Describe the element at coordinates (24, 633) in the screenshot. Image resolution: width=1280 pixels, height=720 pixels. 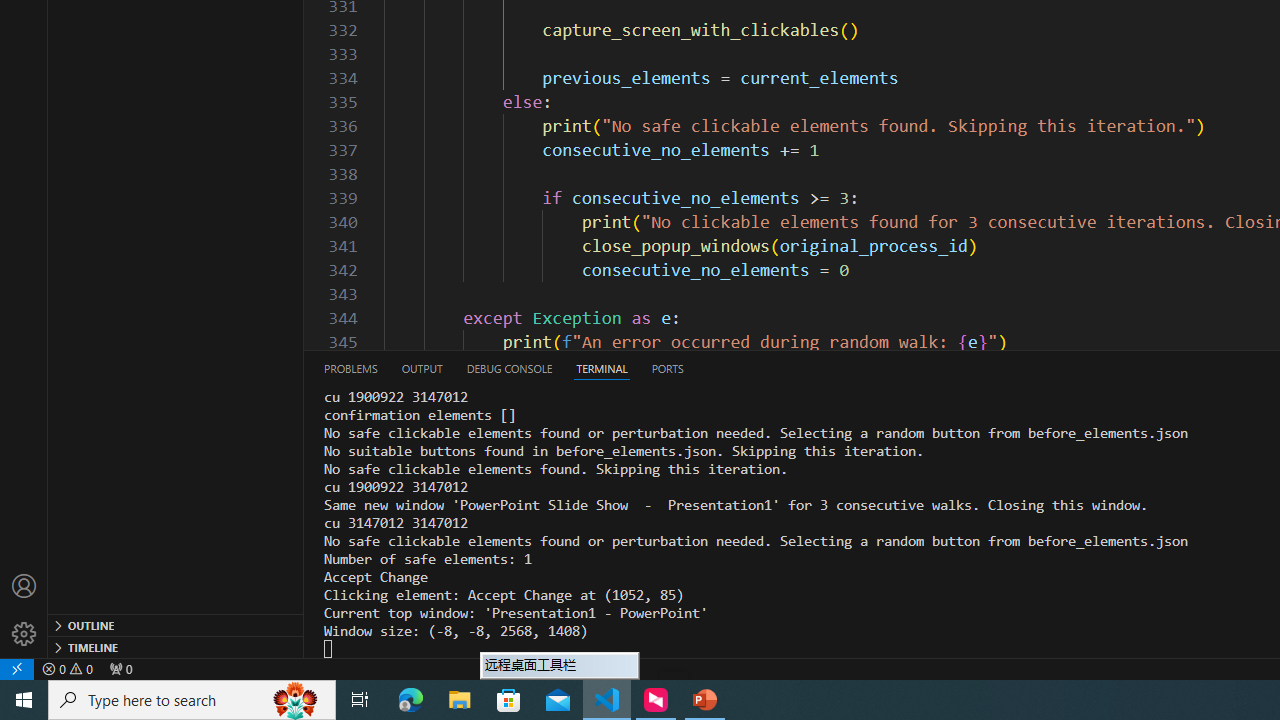
I see `'Manage'` at that location.